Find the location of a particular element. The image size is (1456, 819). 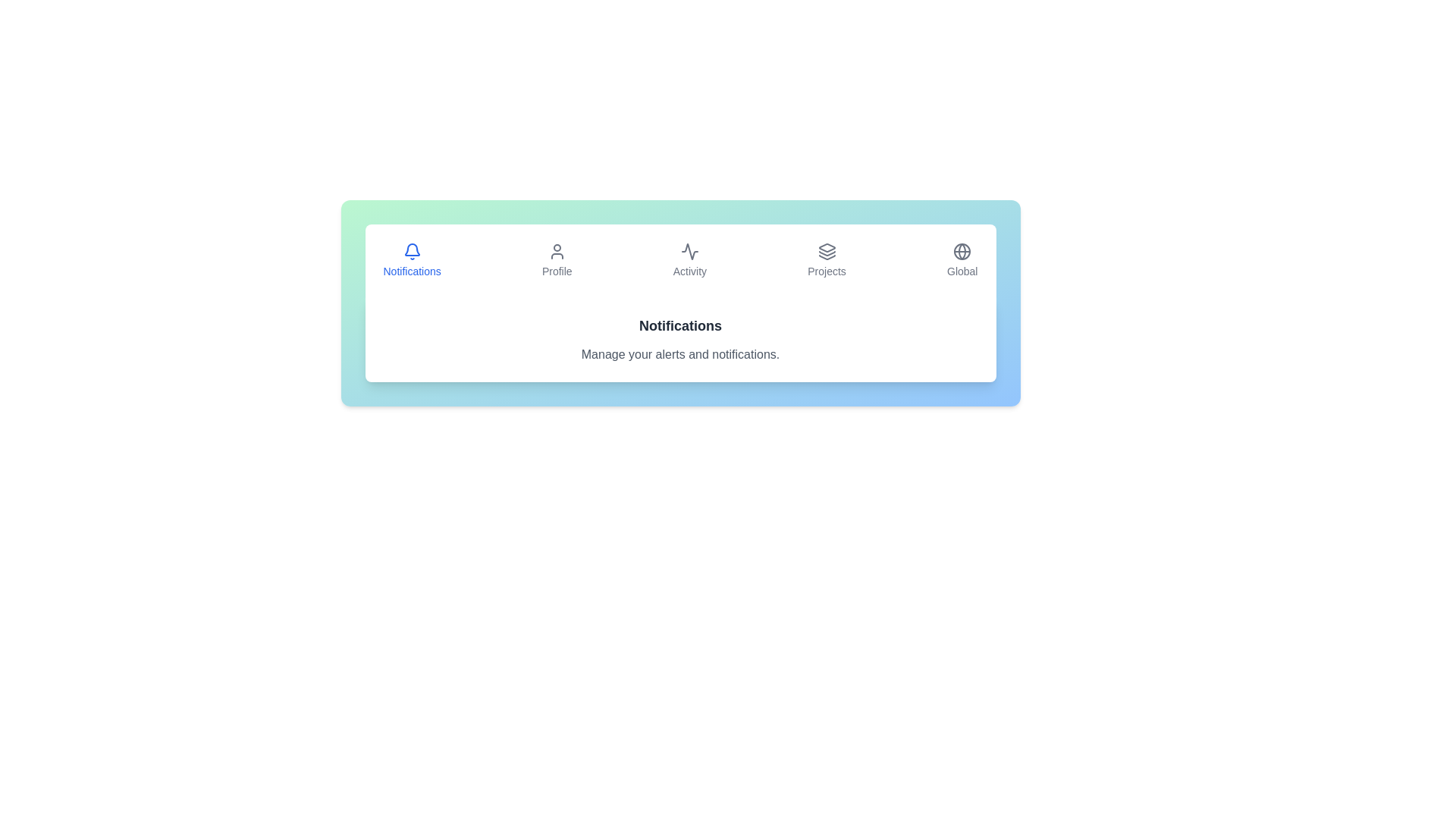

the Notifications tab by clicking on its button is located at coordinates (412, 259).